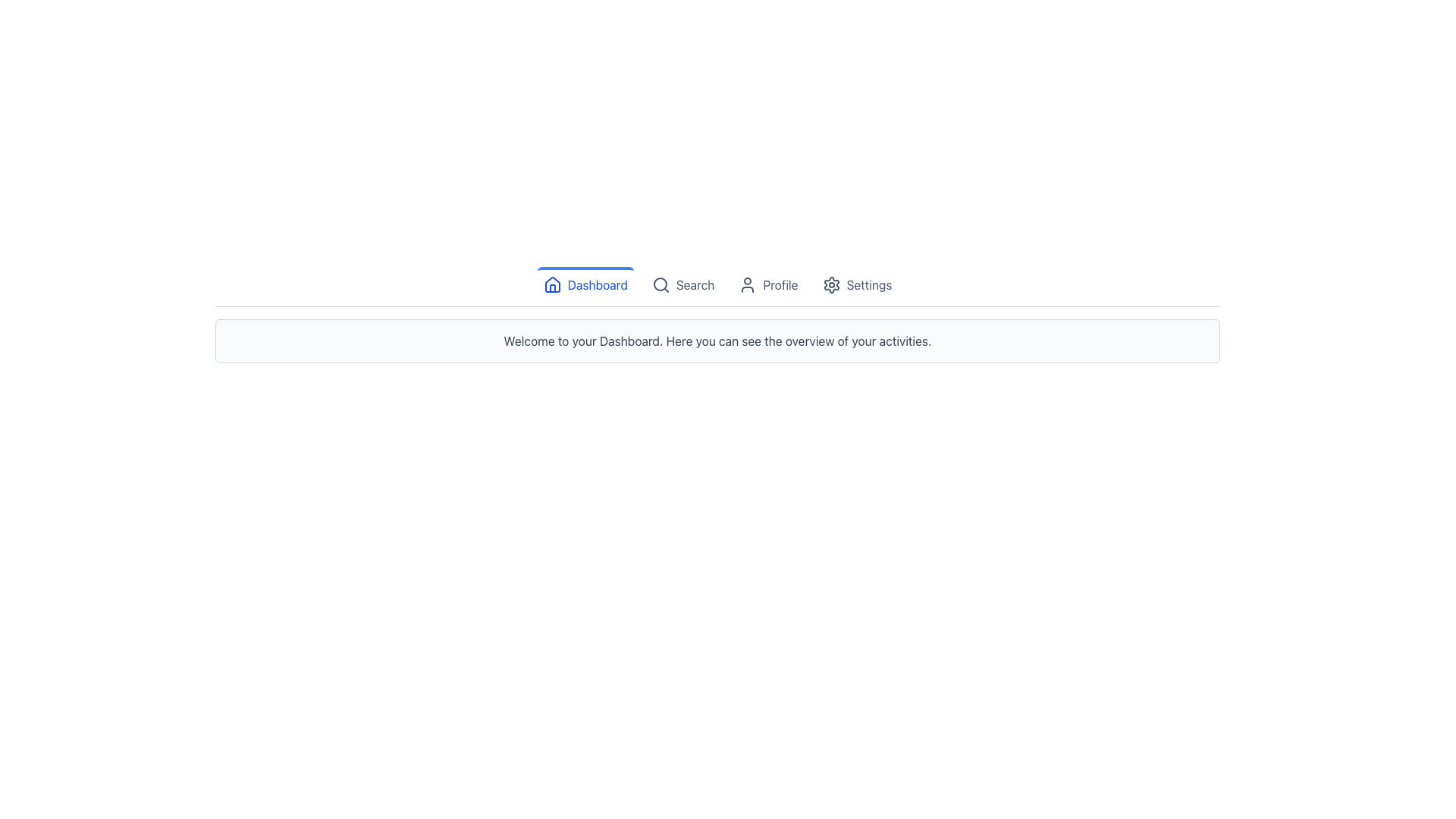  Describe the element at coordinates (717, 341) in the screenshot. I see `the static text element that displays the welcome message and dashboard description, located below the main navigation bar, centrally aligned within a bordered light gray background` at that location.